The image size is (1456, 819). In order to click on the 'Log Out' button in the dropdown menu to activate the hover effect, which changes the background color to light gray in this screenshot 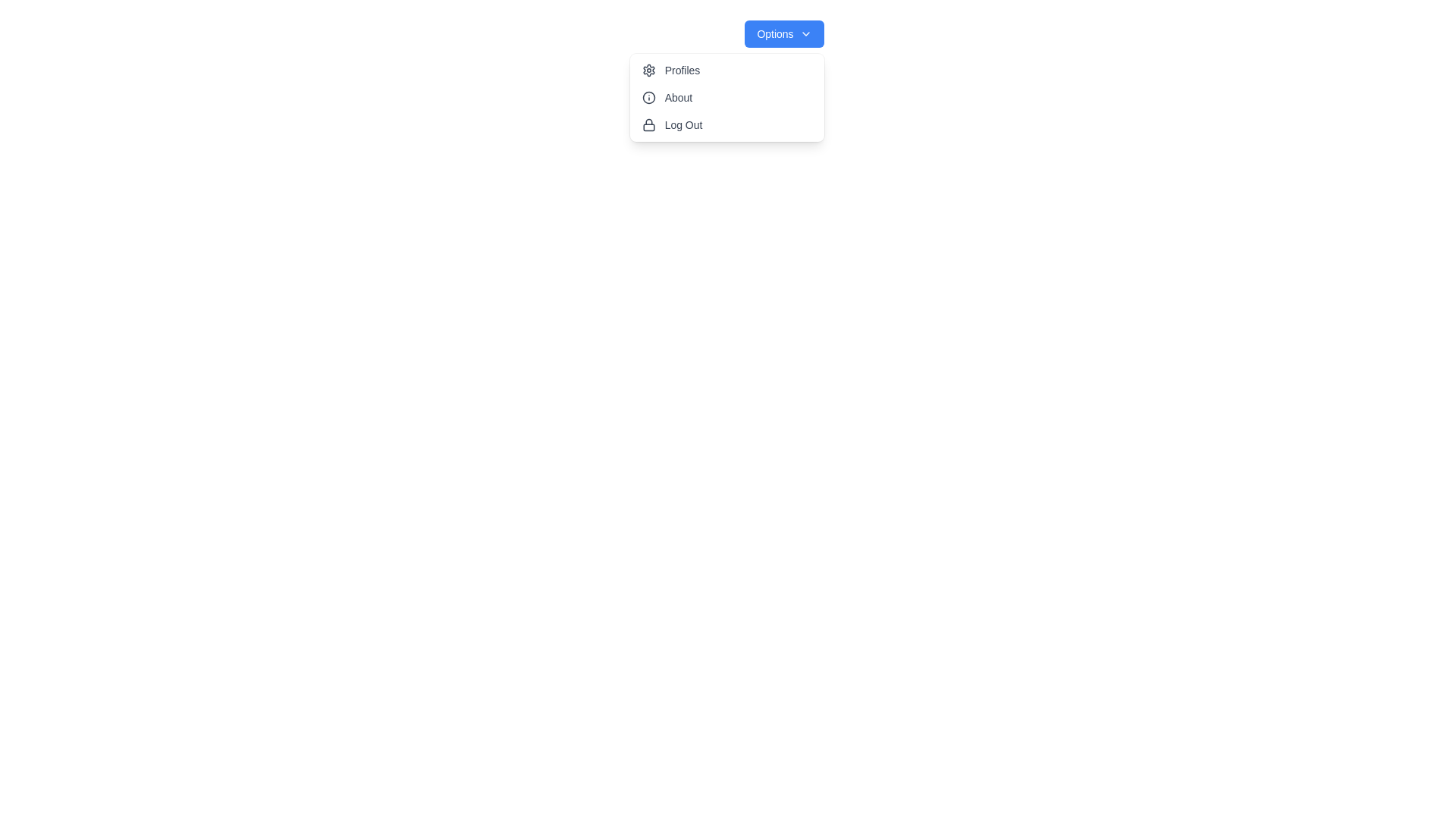, I will do `click(726, 124)`.